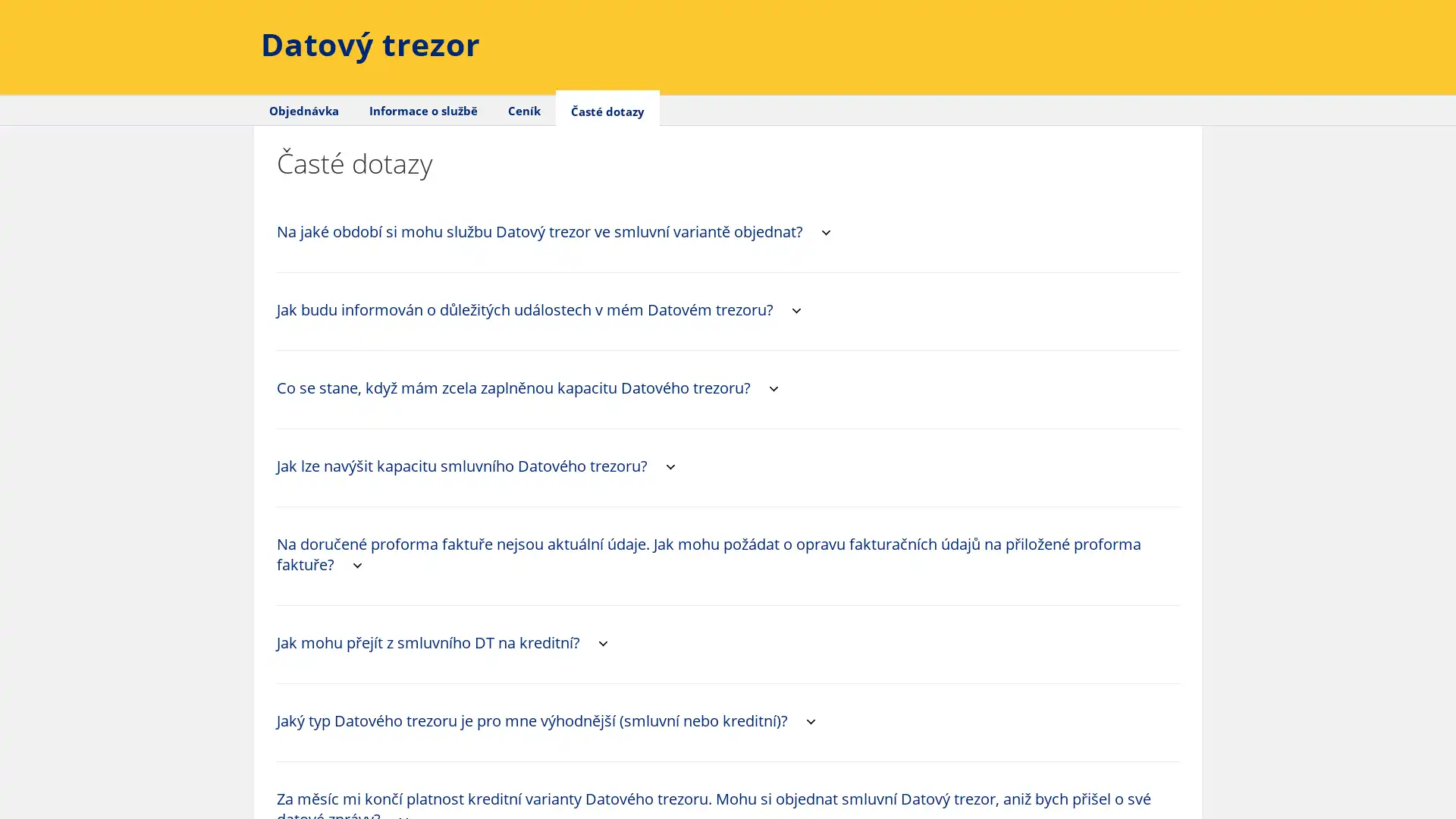 The image size is (1456, 819). What do you see at coordinates (475, 464) in the screenshot?
I see `Jak lze navysit kapacitu smluvniho Datoveho trezoru? collapse-arrow` at bounding box center [475, 464].